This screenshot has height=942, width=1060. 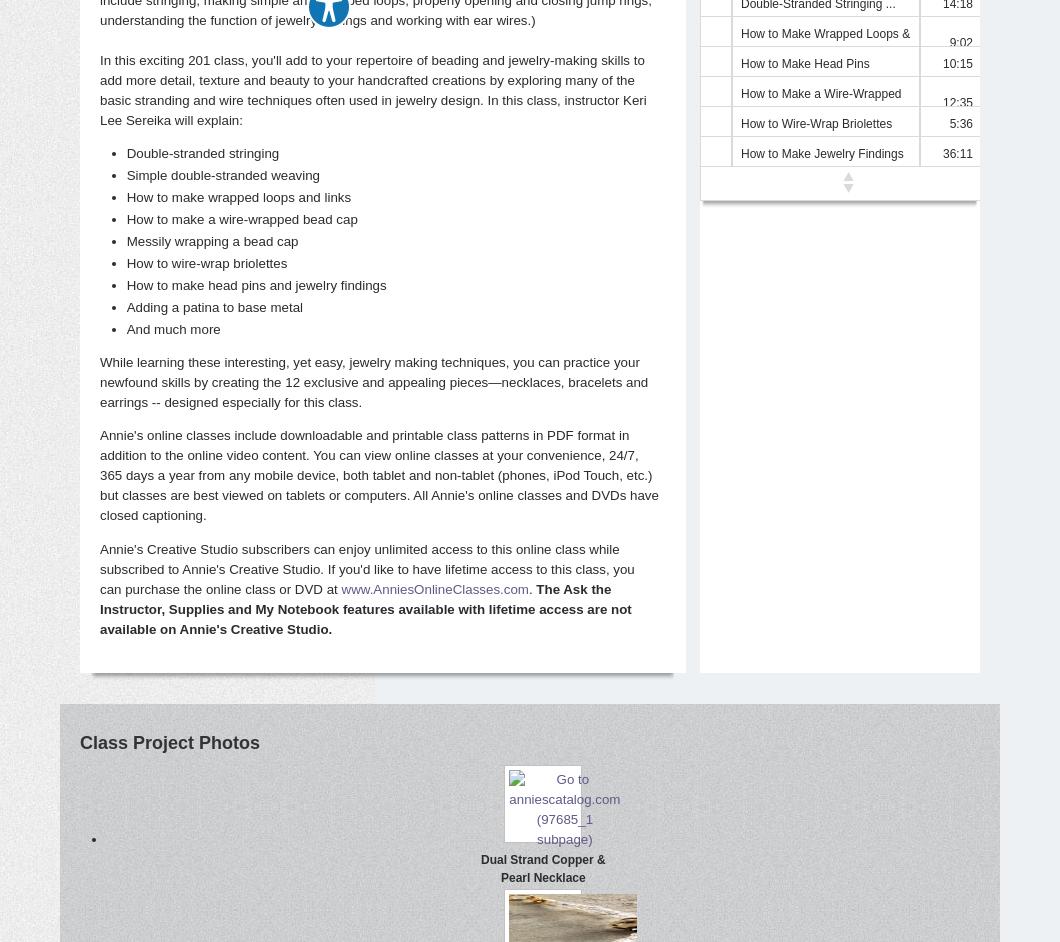 What do you see at coordinates (532, 588) in the screenshot?
I see `'.'` at bounding box center [532, 588].